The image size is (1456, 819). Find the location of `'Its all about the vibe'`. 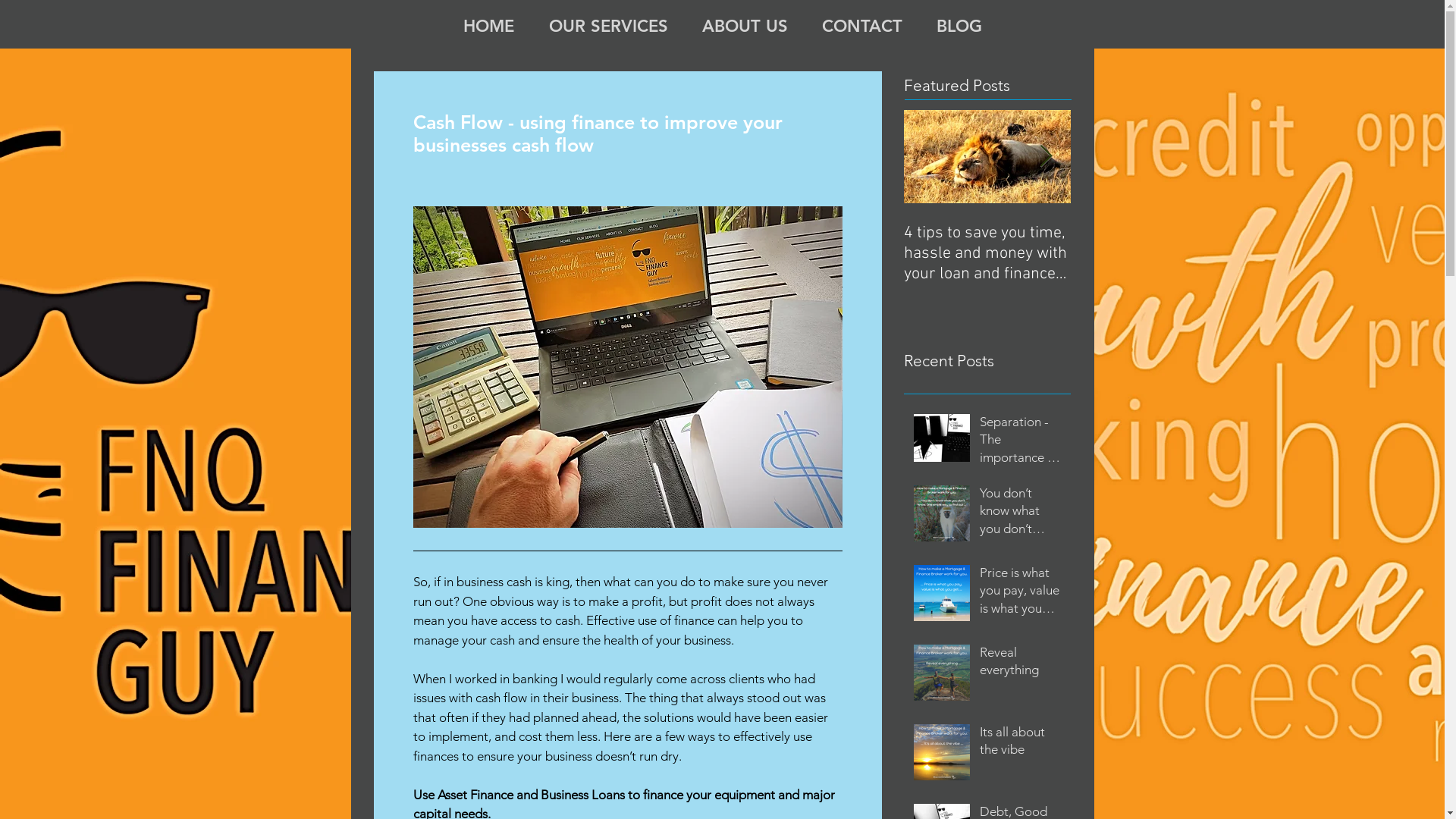

'Its all about the vibe' is located at coordinates (1020, 744).